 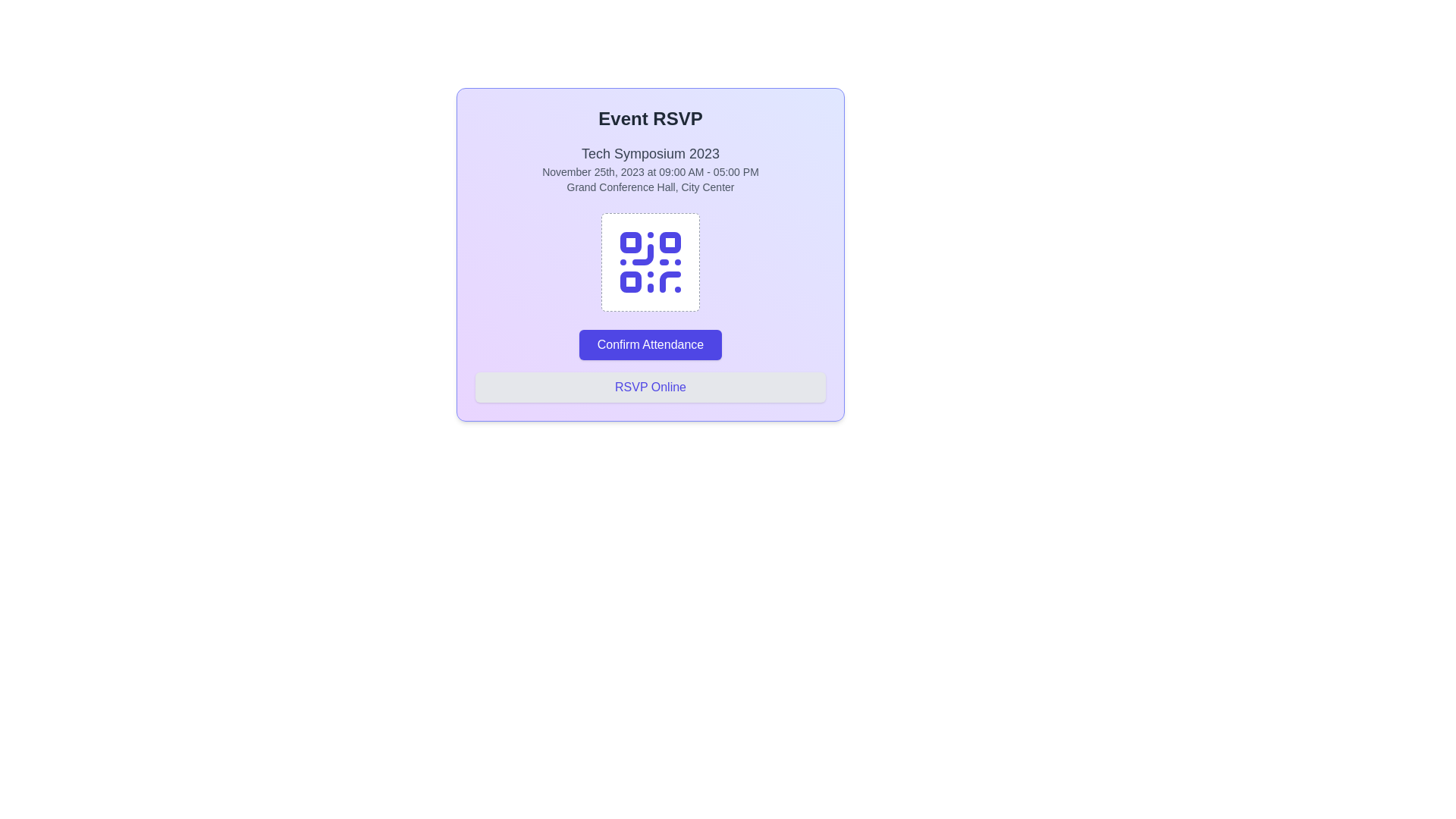 What do you see at coordinates (651, 345) in the screenshot?
I see `the confirmation button for the highlighted event located within the RSVP section, positioned below the QR code and above the 'RSVP Online' button` at bounding box center [651, 345].